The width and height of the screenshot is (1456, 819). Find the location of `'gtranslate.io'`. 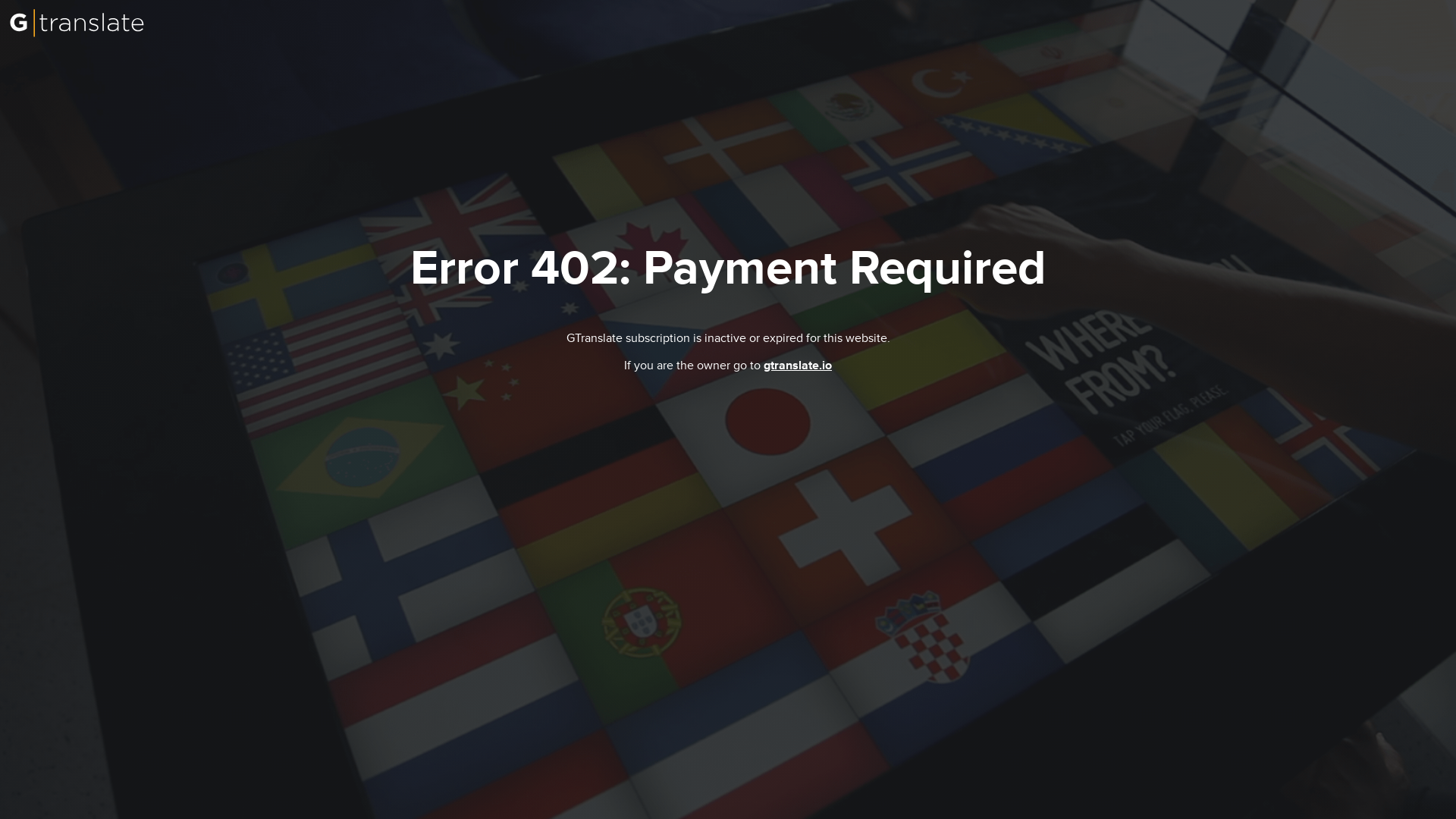

'gtranslate.io' is located at coordinates (796, 366).